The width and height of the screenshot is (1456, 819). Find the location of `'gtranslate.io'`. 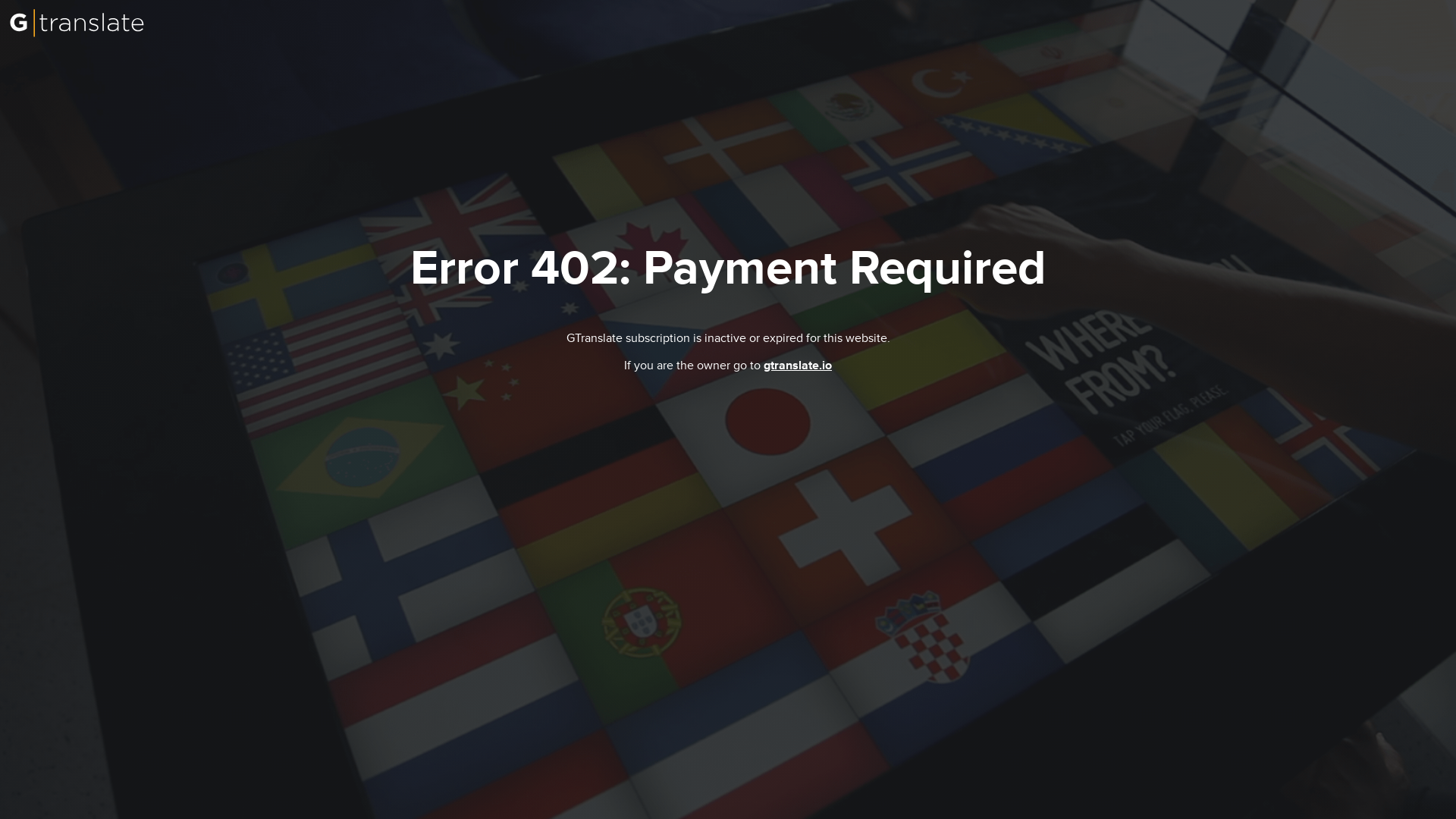

'gtranslate.io' is located at coordinates (796, 366).